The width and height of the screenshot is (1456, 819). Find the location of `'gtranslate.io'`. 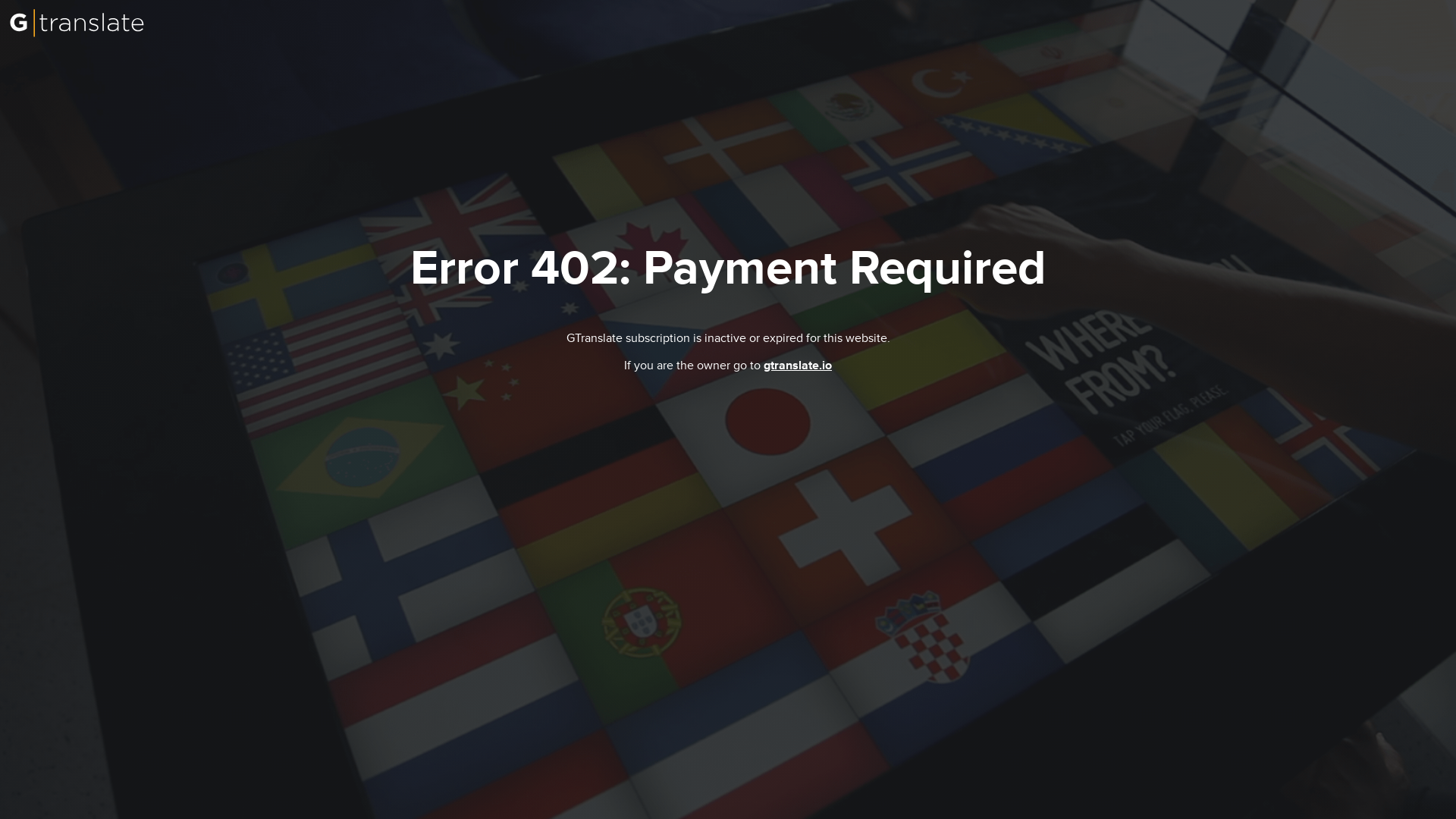

'gtranslate.io' is located at coordinates (796, 366).